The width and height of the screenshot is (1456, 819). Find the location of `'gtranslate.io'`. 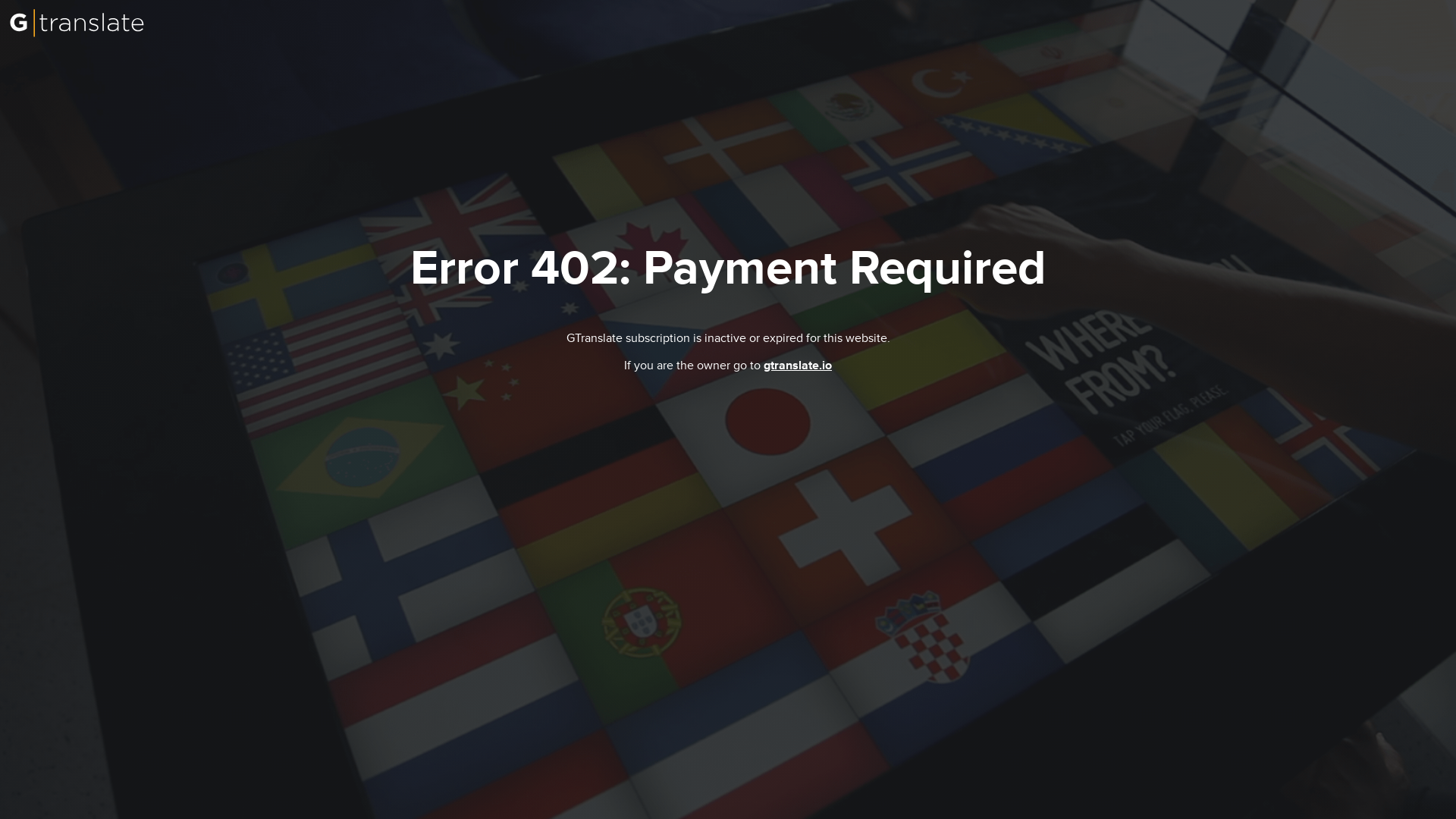

'gtranslate.io' is located at coordinates (796, 366).